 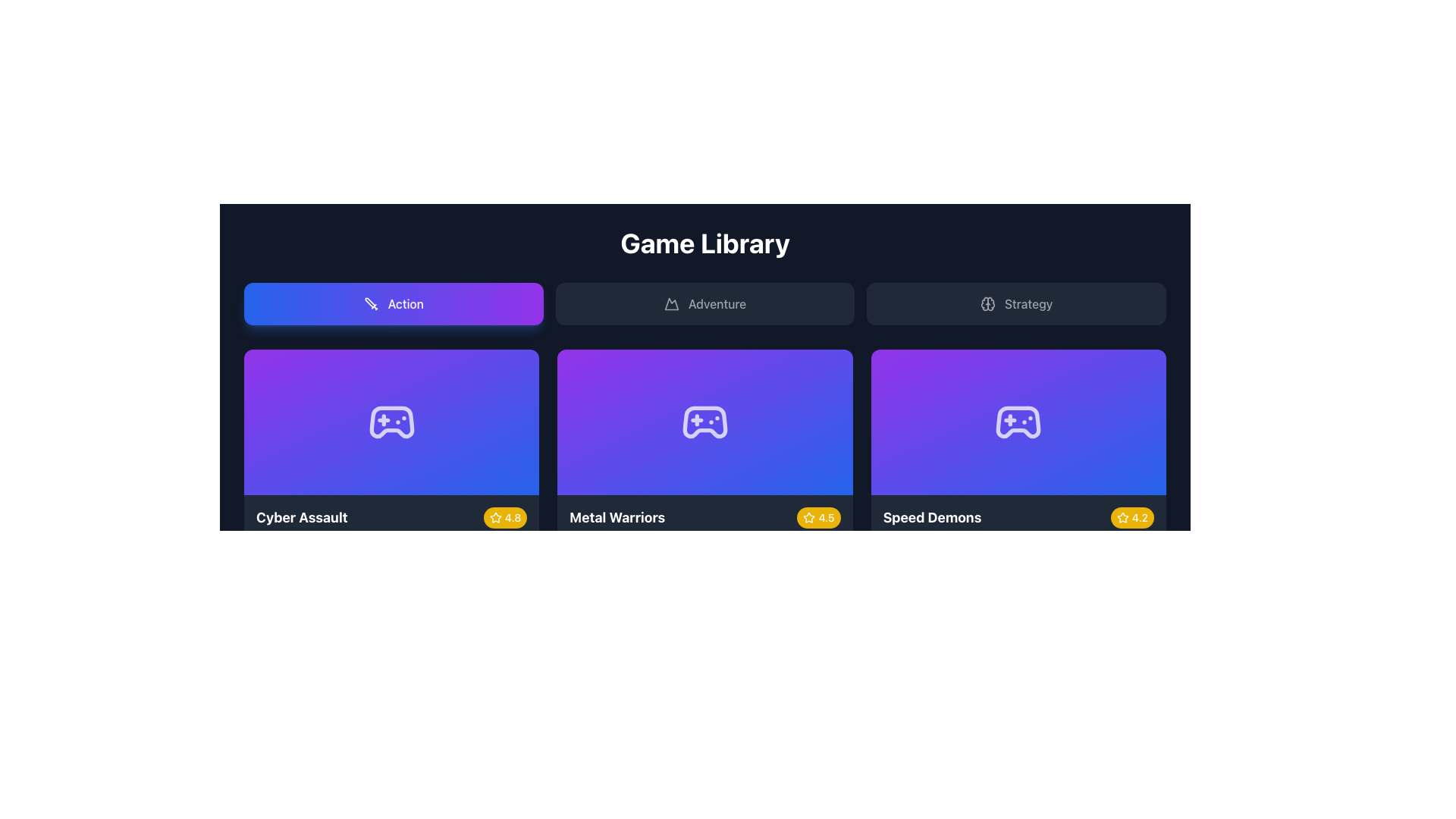 I want to click on the Rating badge with a yellow background and a white star icon, located at the bottom-right section of the 'Metal Warriors' card in the game grid, so click(x=818, y=516).